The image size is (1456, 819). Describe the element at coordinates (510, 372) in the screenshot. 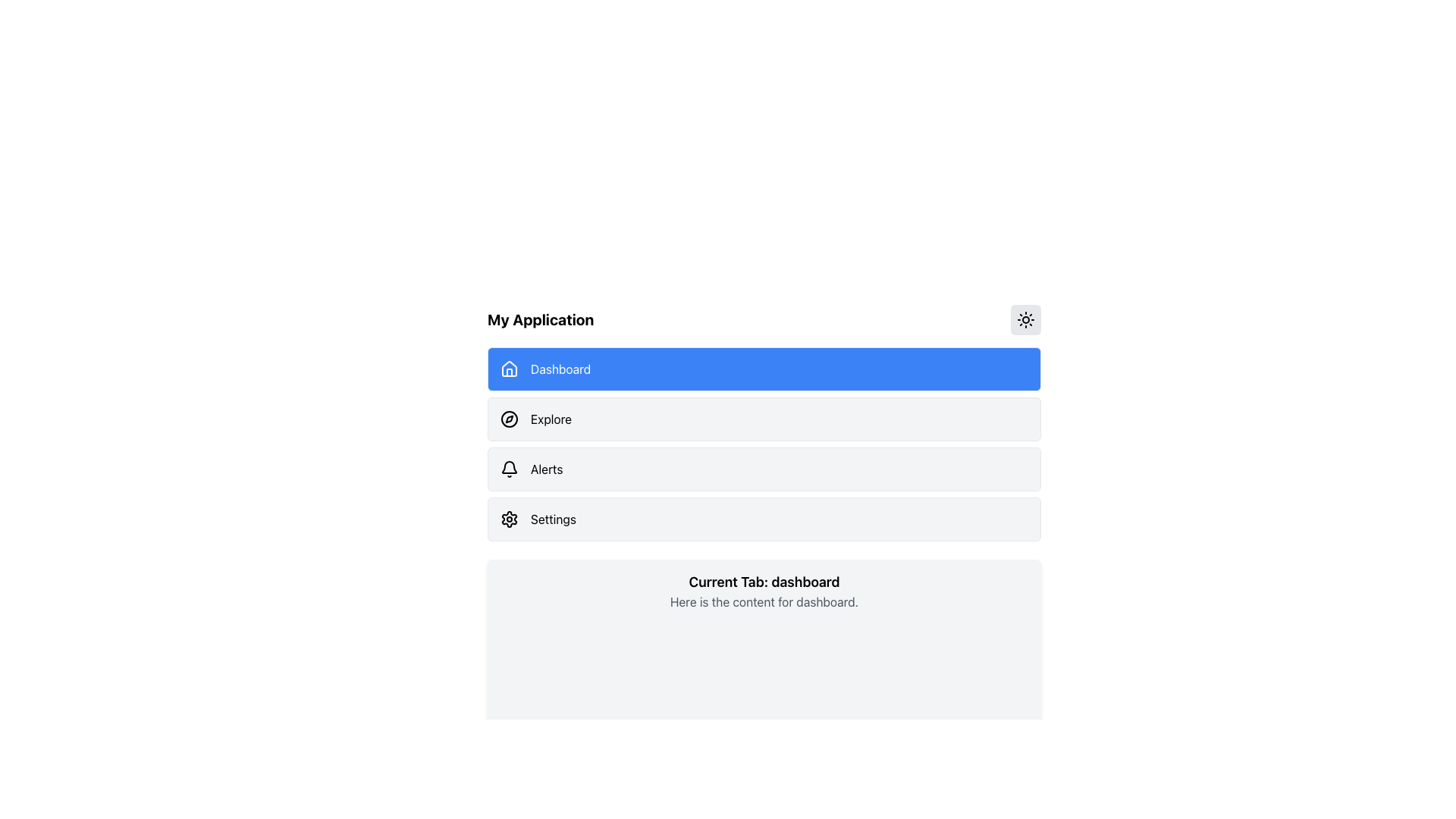

I see `the small vertical rectangular shape representing the door within the house icon in the blue-highlighted 'Dashboard' option` at that location.